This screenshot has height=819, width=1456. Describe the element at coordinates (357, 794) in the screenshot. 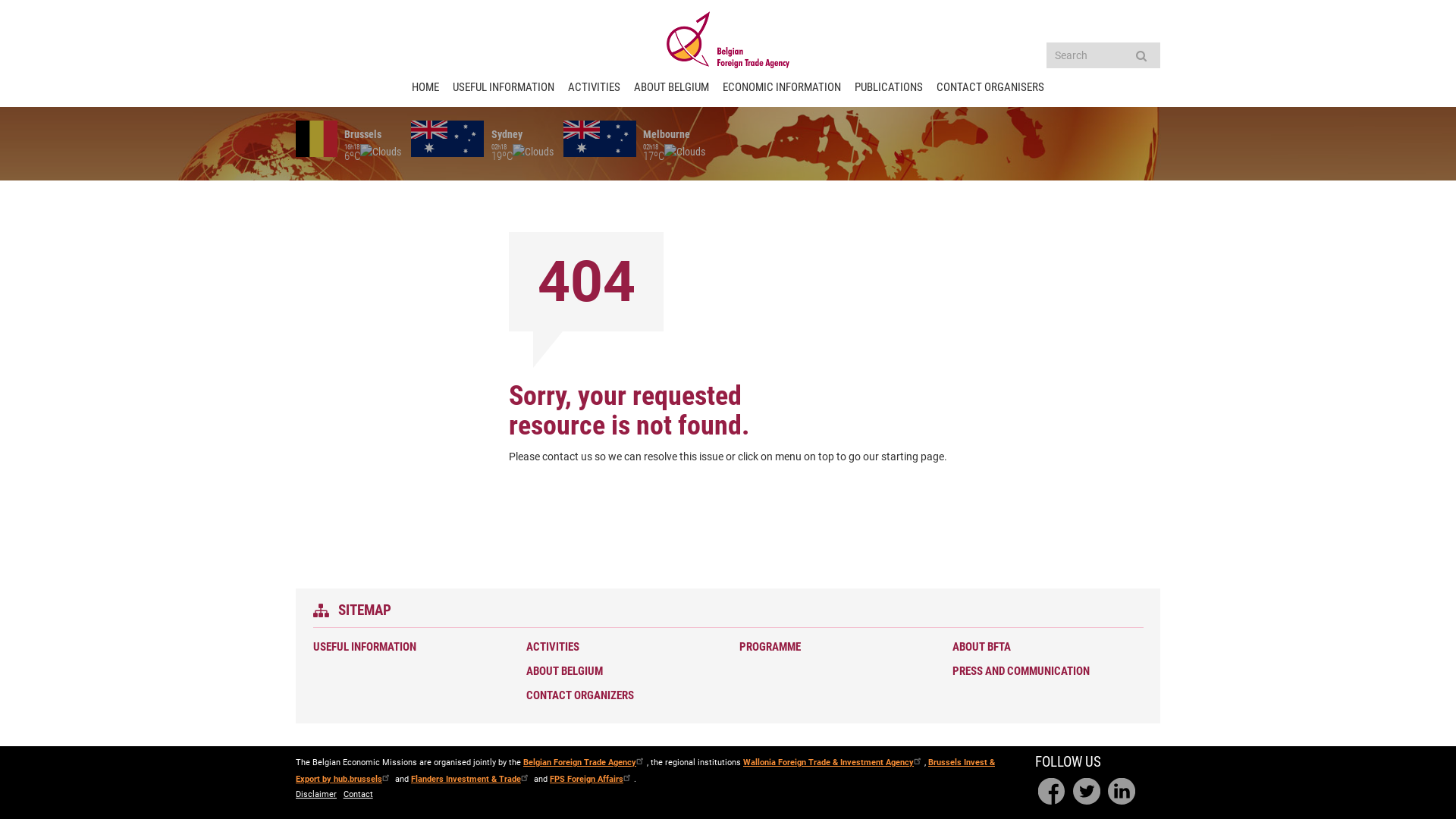

I see `'Contact'` at that location.